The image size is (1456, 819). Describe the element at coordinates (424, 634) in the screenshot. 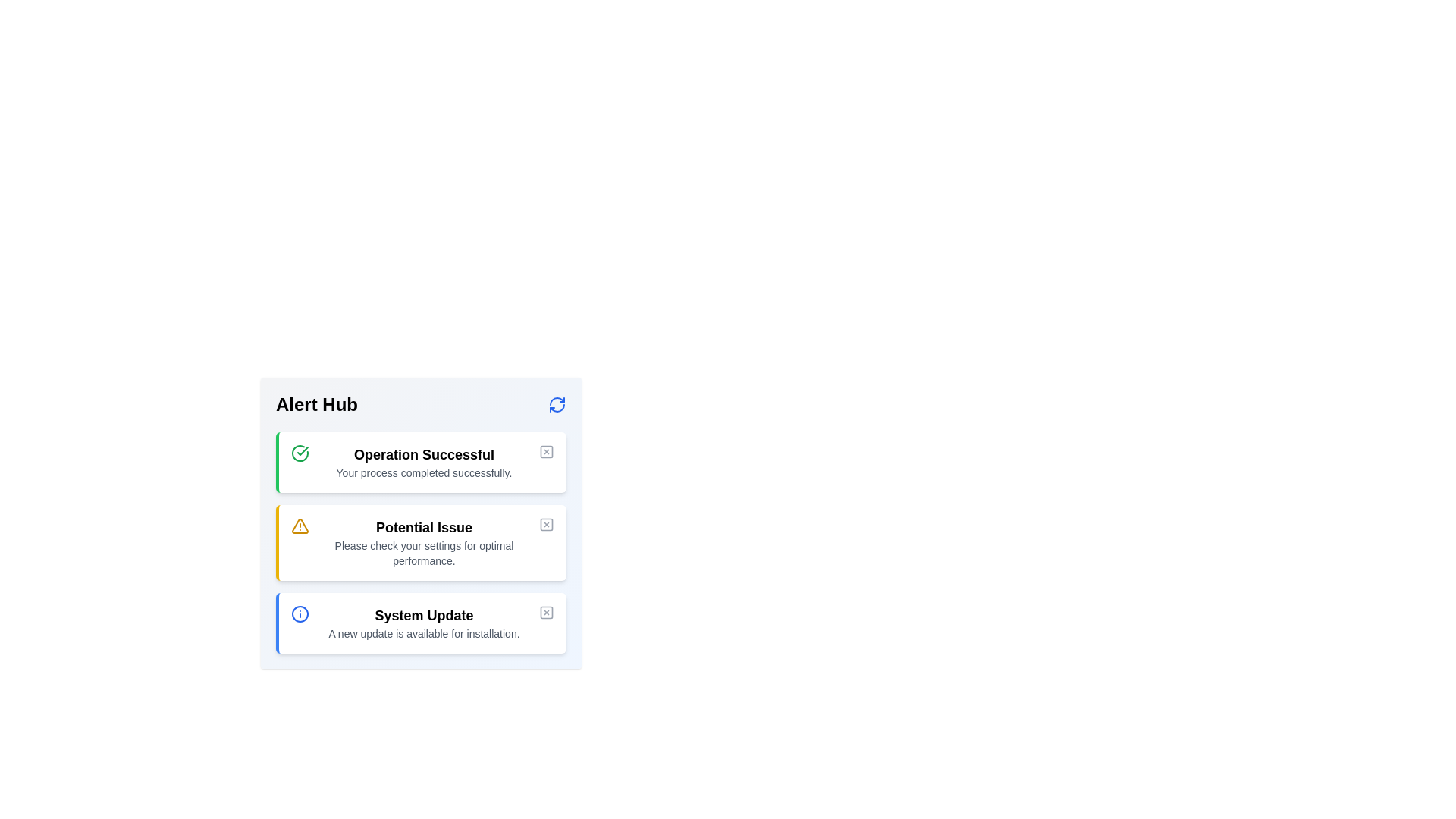

I see `notification text 'A new update is available for installation.' which is styled in gray and positioned below 'System Update' in the Alert Hub section` at that location.